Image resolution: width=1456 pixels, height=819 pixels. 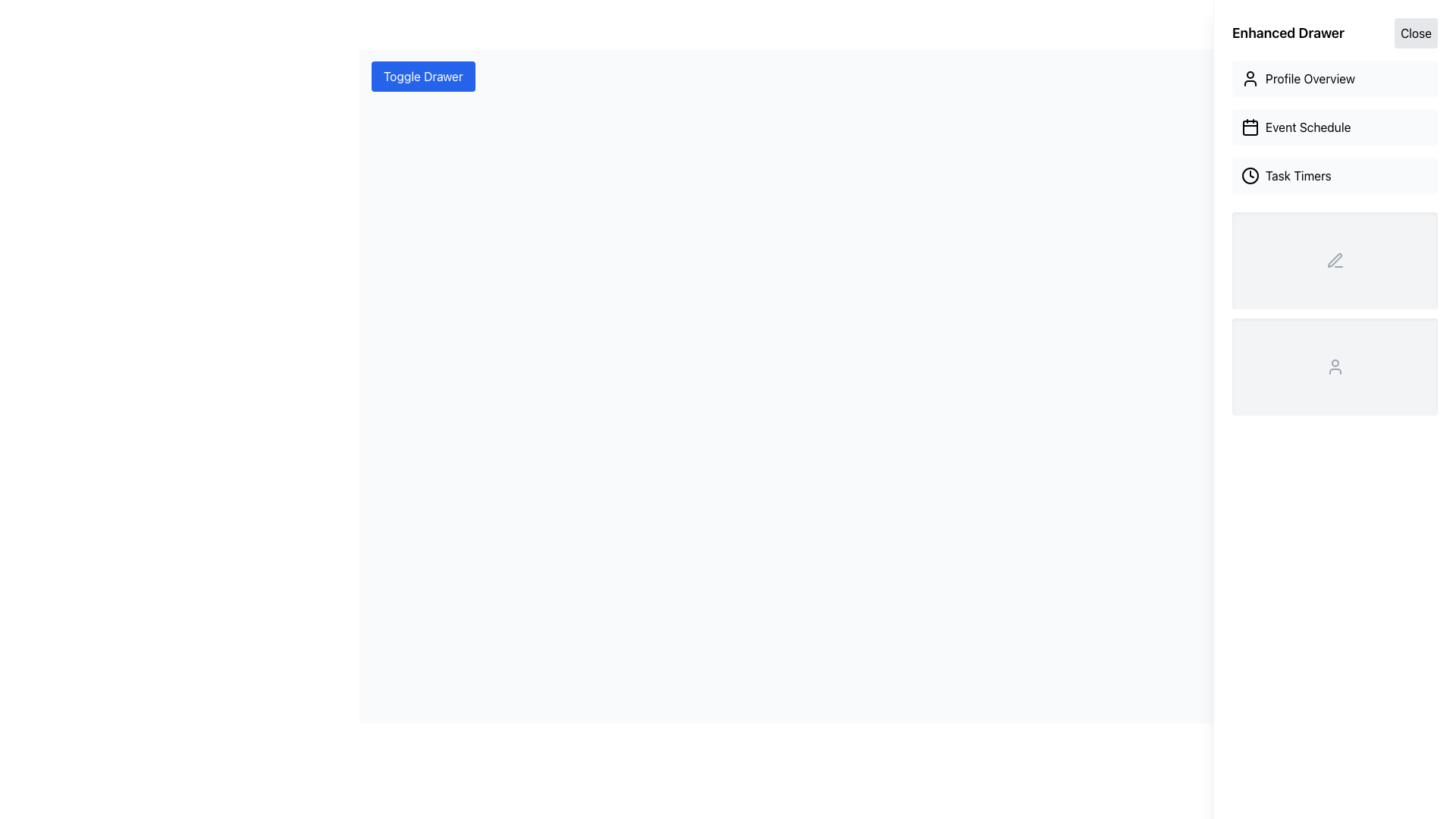 What do you see at coordinates (1335, 127) in the screenshot?
I see `the 'Profile Overview', 'Event Schedule', and 'Task Timers' rows in the vertical navigational menu located in the right fixed panel labeled 'Enhanced Drawer'` at bounding box center [1335, 127].